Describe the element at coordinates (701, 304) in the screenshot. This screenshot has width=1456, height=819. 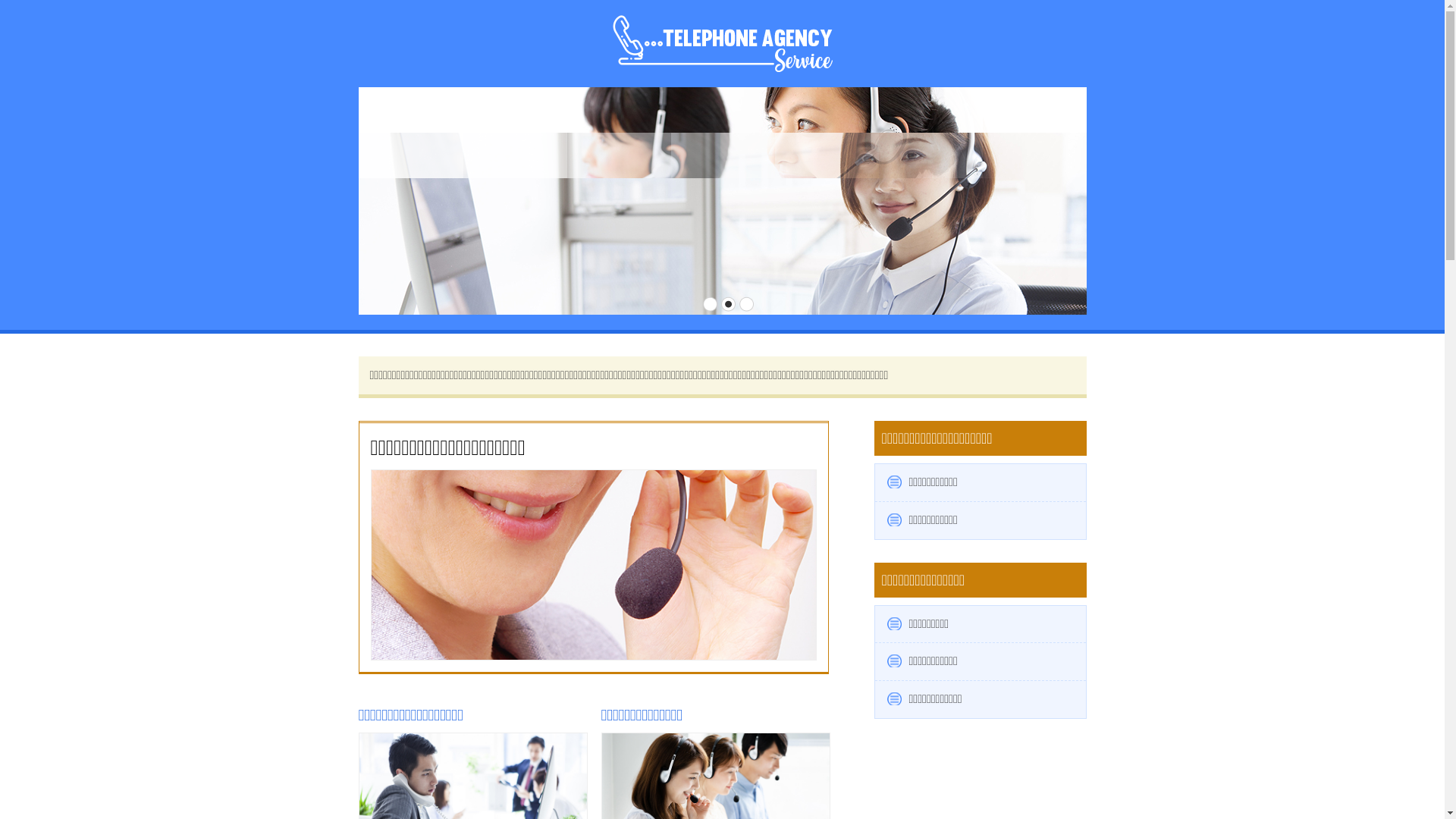
I see `'1'` at that location.